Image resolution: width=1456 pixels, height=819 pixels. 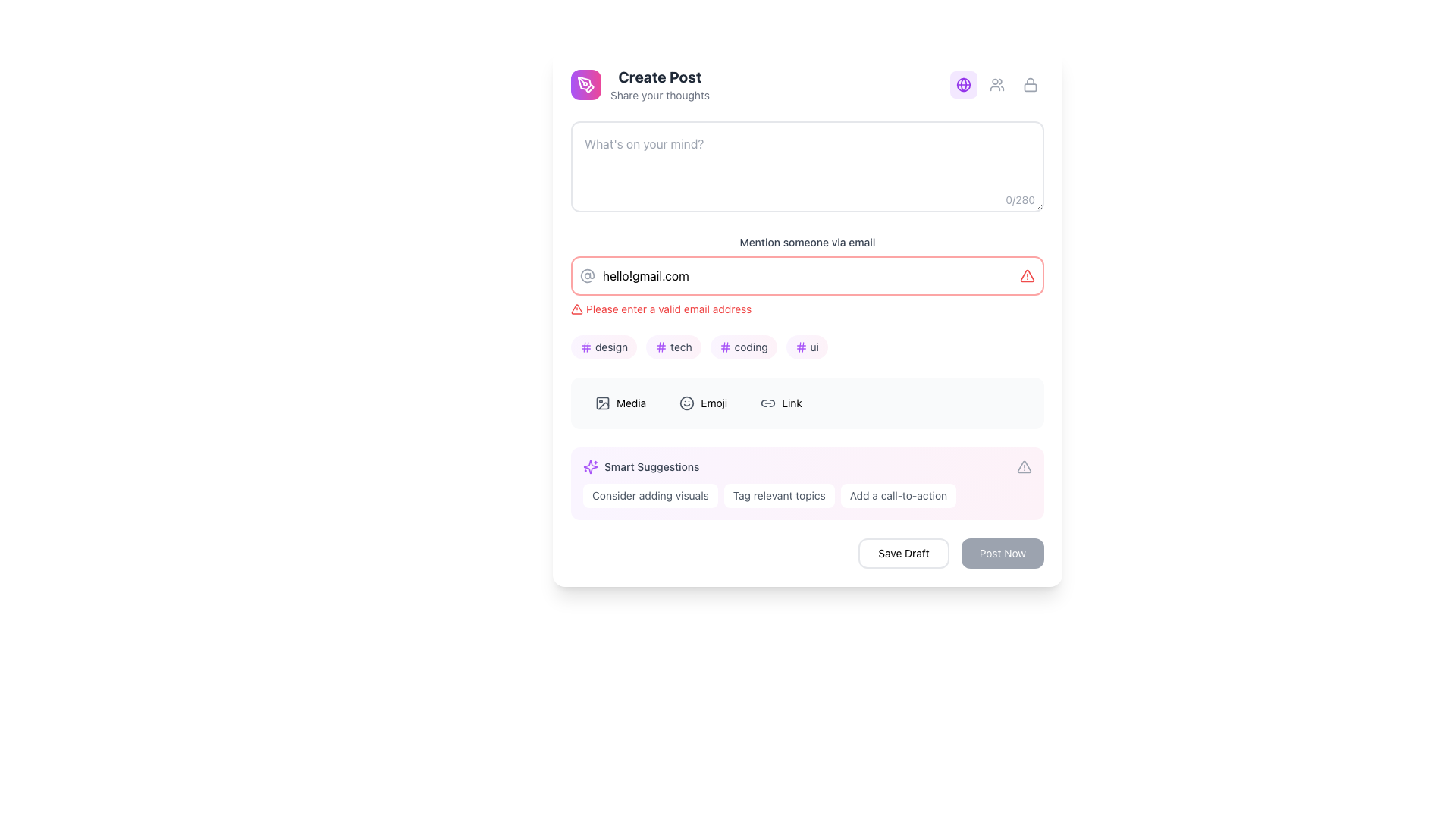 What do you see at coordinates (800, 347) in the screenshot?
I see `the small purple hash icon located on the gradient-pill-shaped button labeled 'ui' towards the bottom center of the interface` at bounding box center [800, 347].